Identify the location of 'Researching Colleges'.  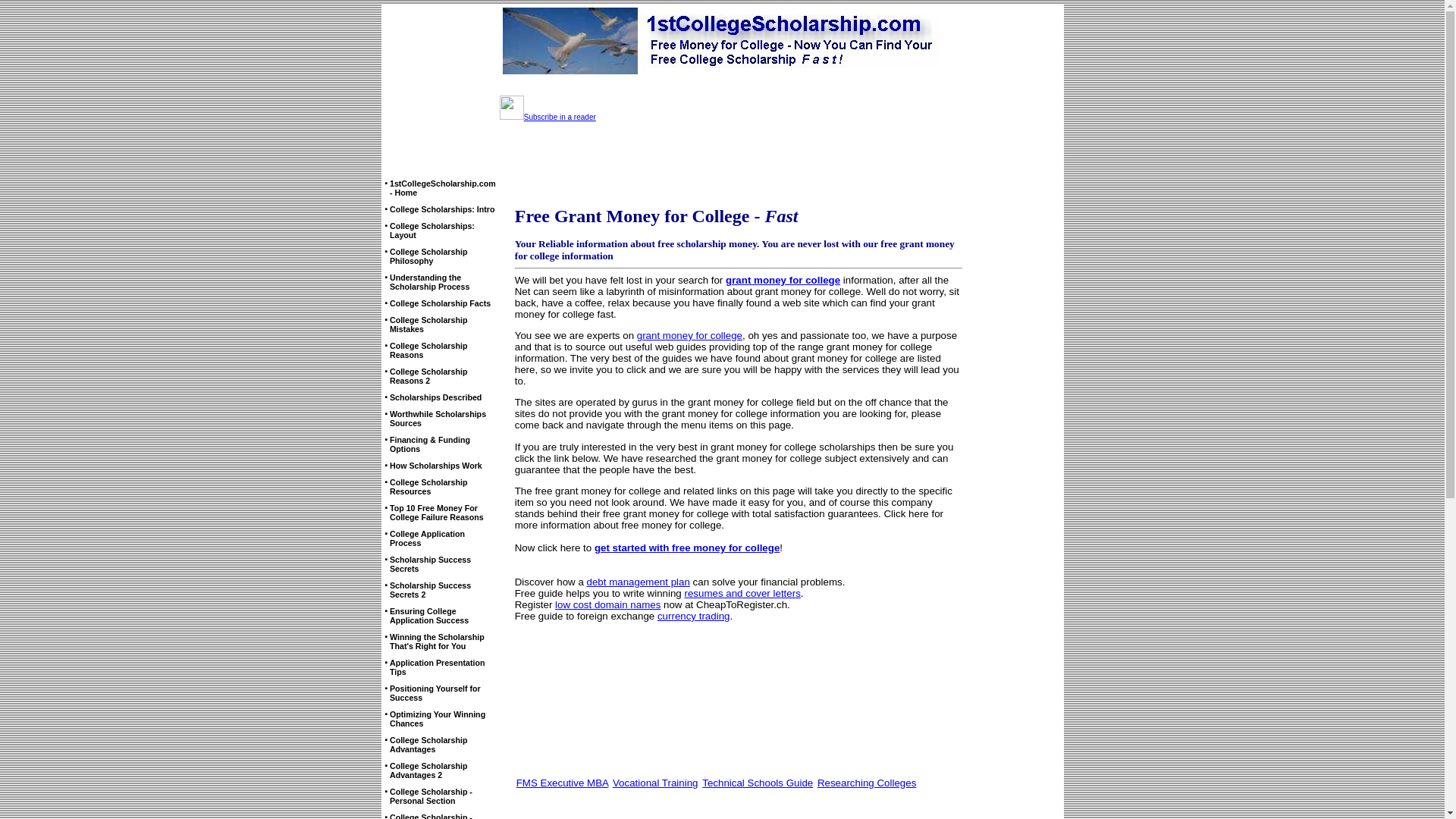
(817, 783).